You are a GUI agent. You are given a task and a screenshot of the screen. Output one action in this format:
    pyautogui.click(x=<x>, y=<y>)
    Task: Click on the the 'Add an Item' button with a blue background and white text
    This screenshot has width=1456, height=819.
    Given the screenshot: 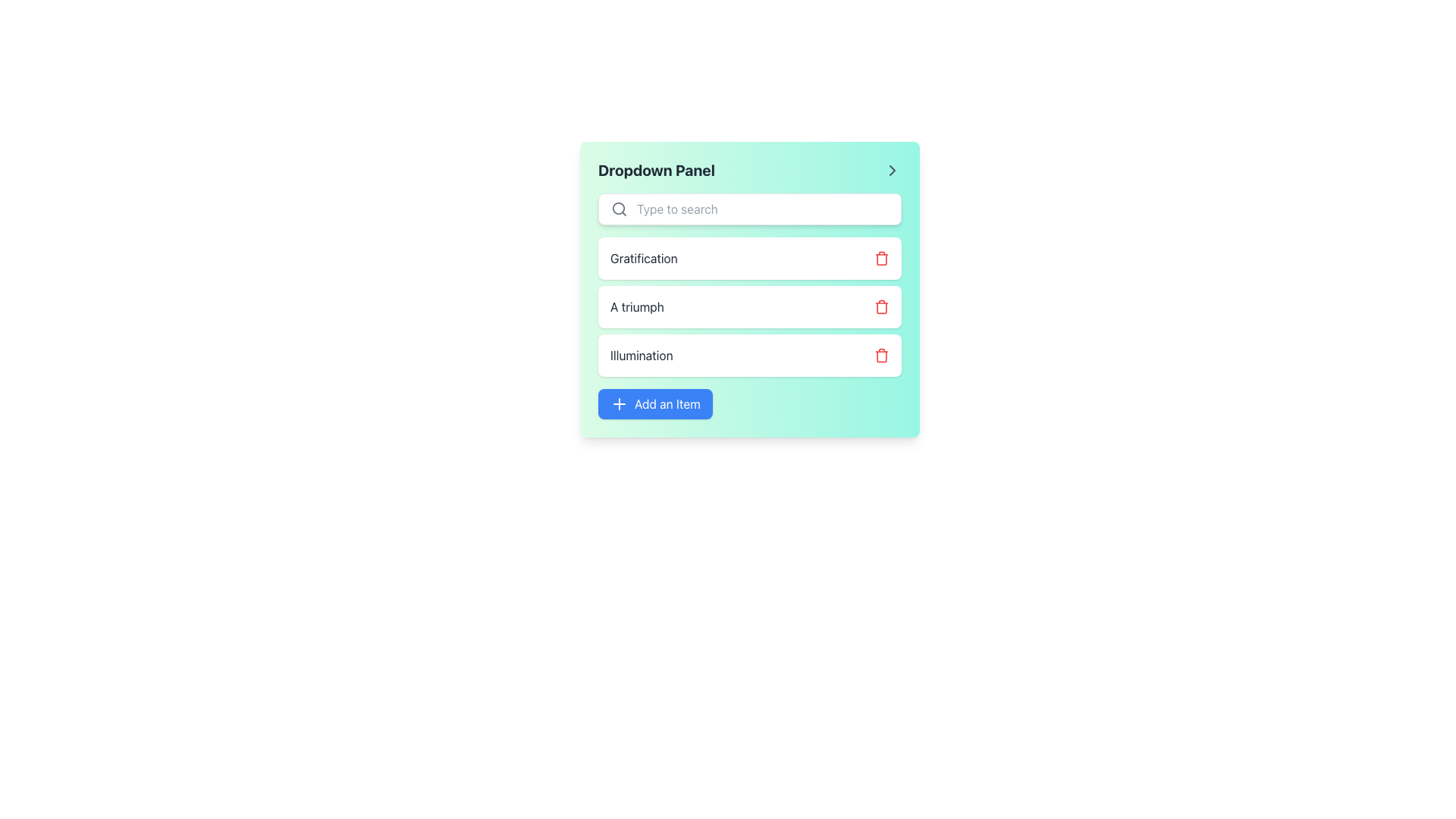 What is the action you would take?
    pyautogui.click(x=655, y=403)
    